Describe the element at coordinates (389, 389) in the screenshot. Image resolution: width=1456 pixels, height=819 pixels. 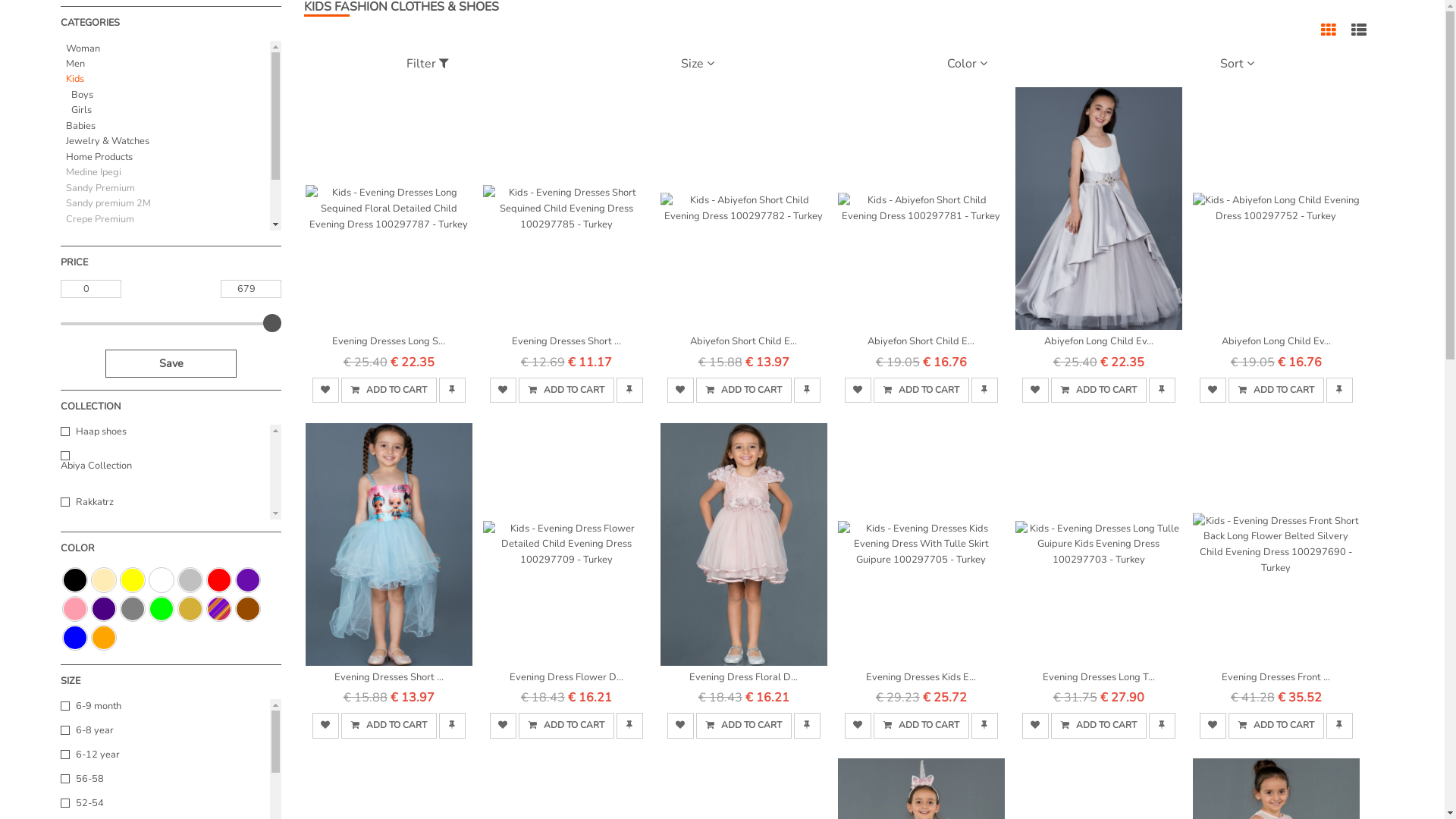
I see `'  ADD TO CART'` at that location.